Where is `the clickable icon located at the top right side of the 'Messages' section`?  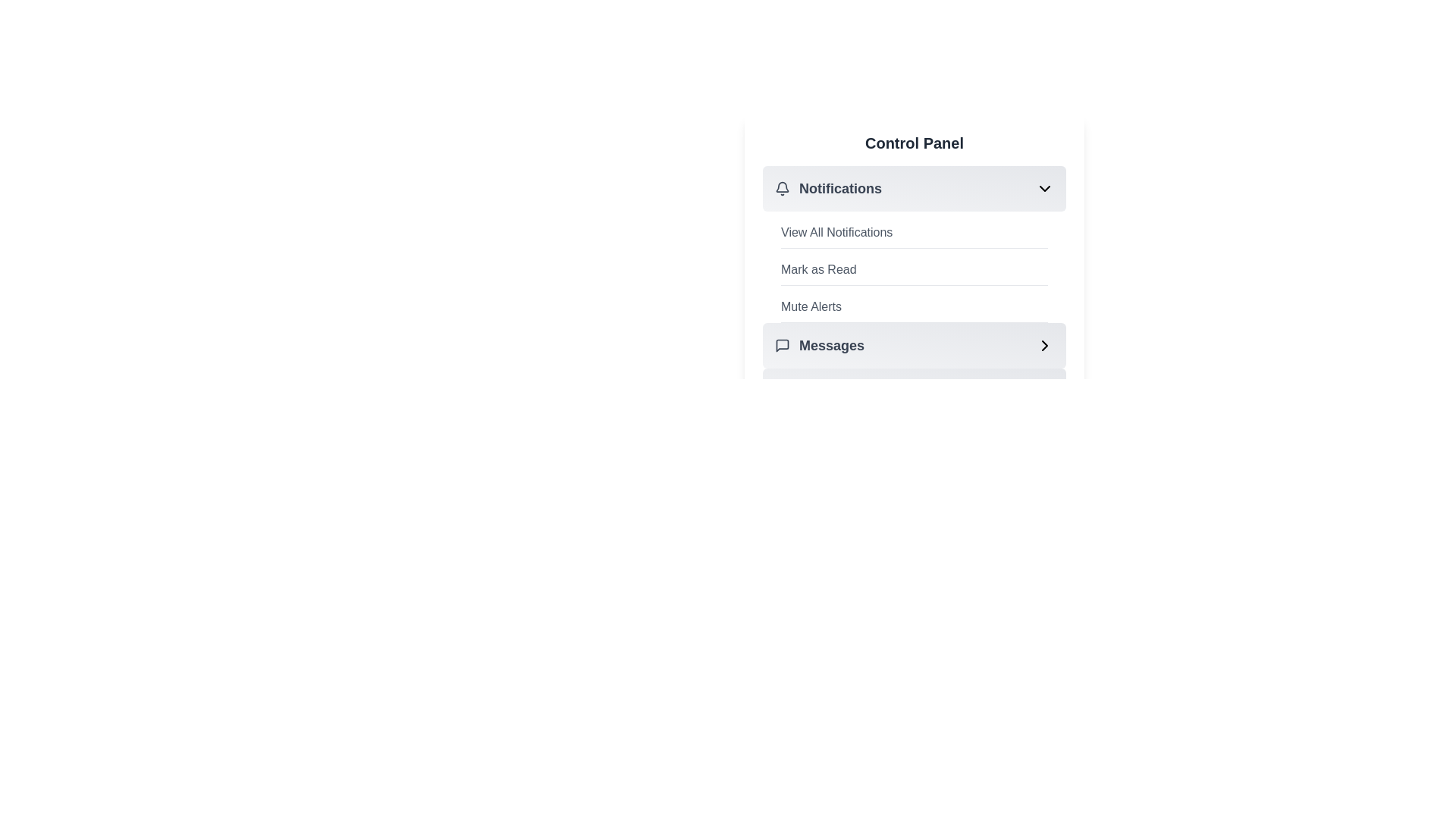 the clickable icon located at the top right side of the 'Messages' section is located at coordinates (1043, 345).